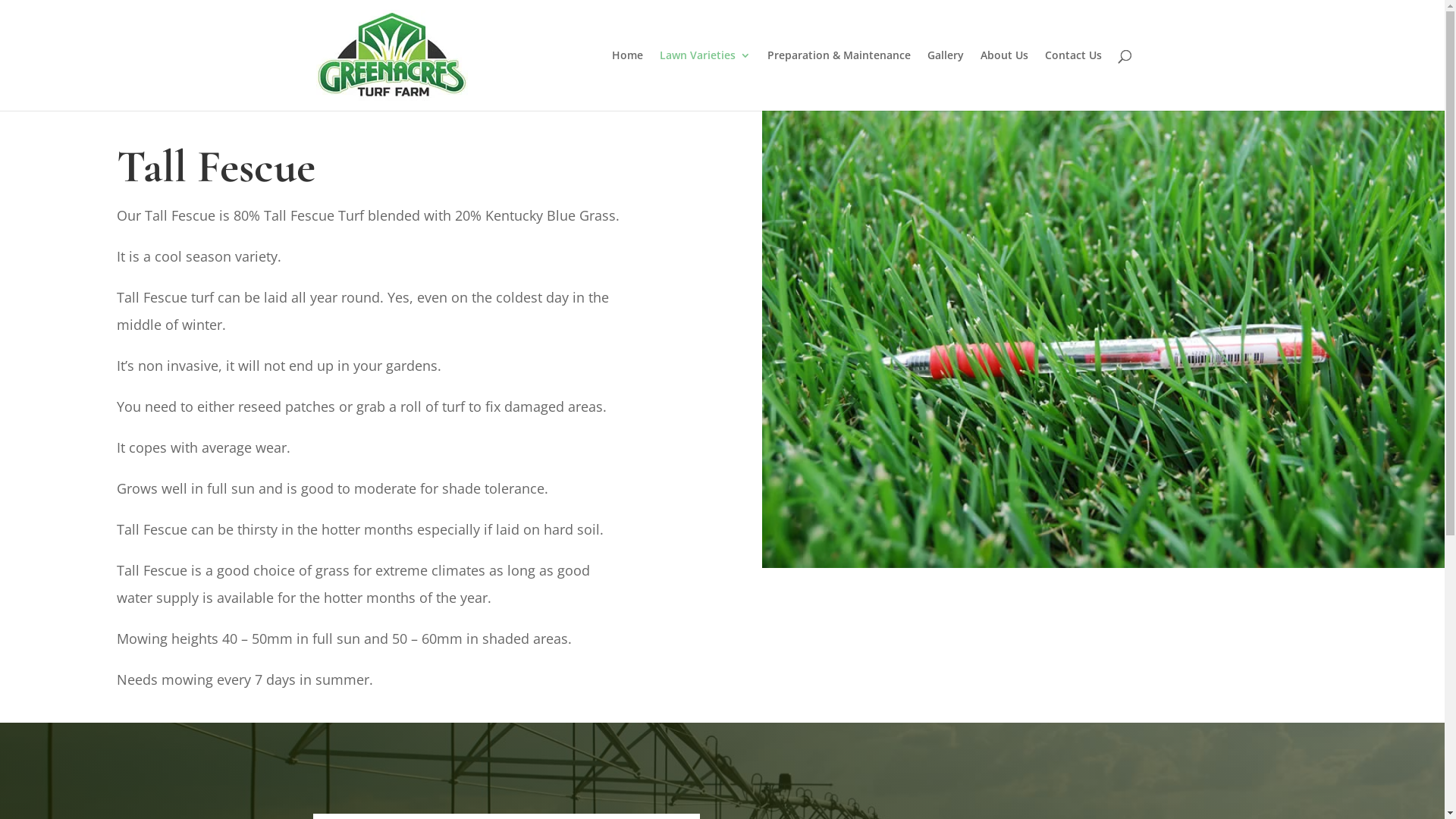  I want to click on 'Gallery', so click(944, 80).